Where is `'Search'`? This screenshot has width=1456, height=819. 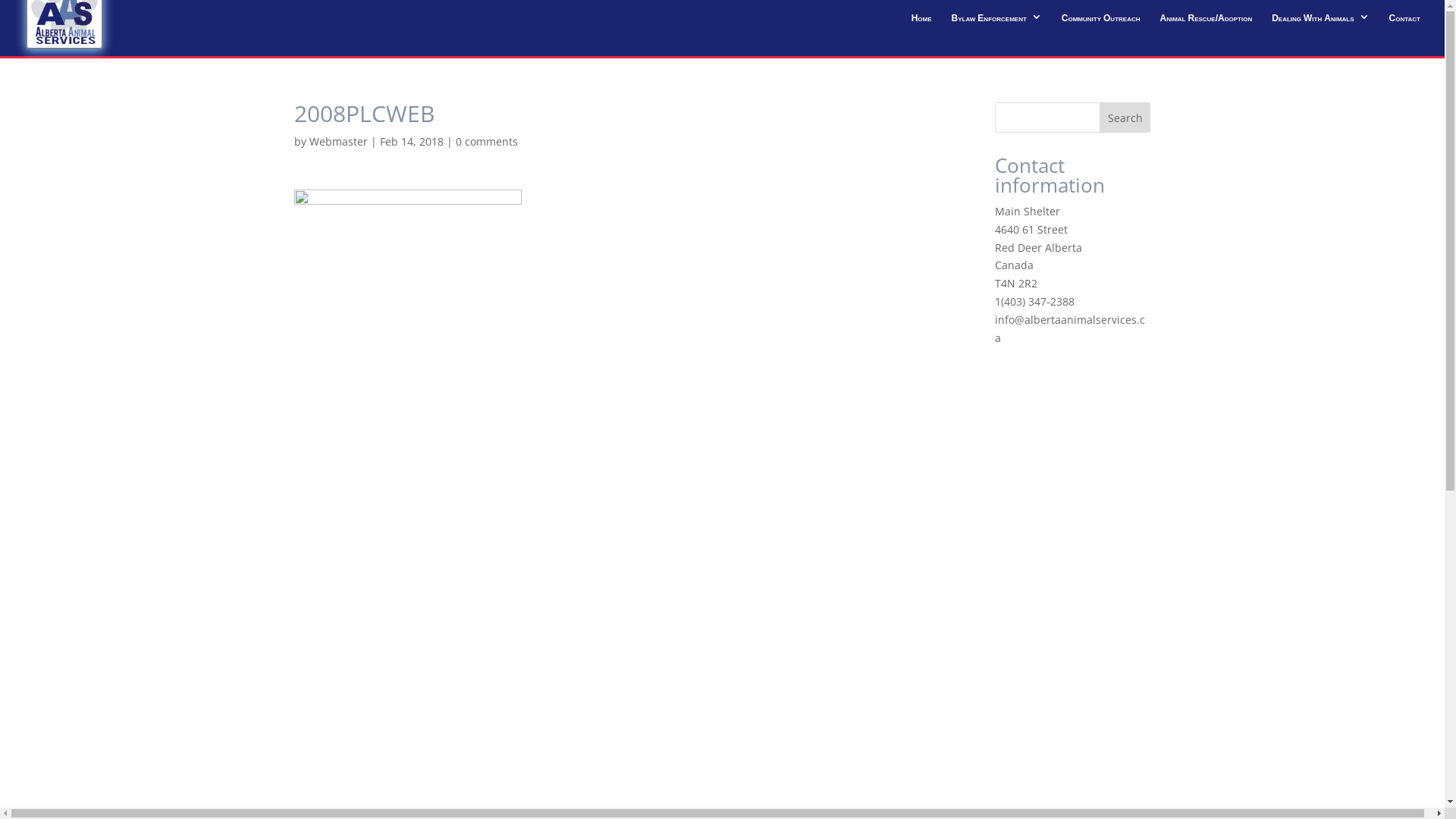 'Search' is located at coordinates (1099, 116).